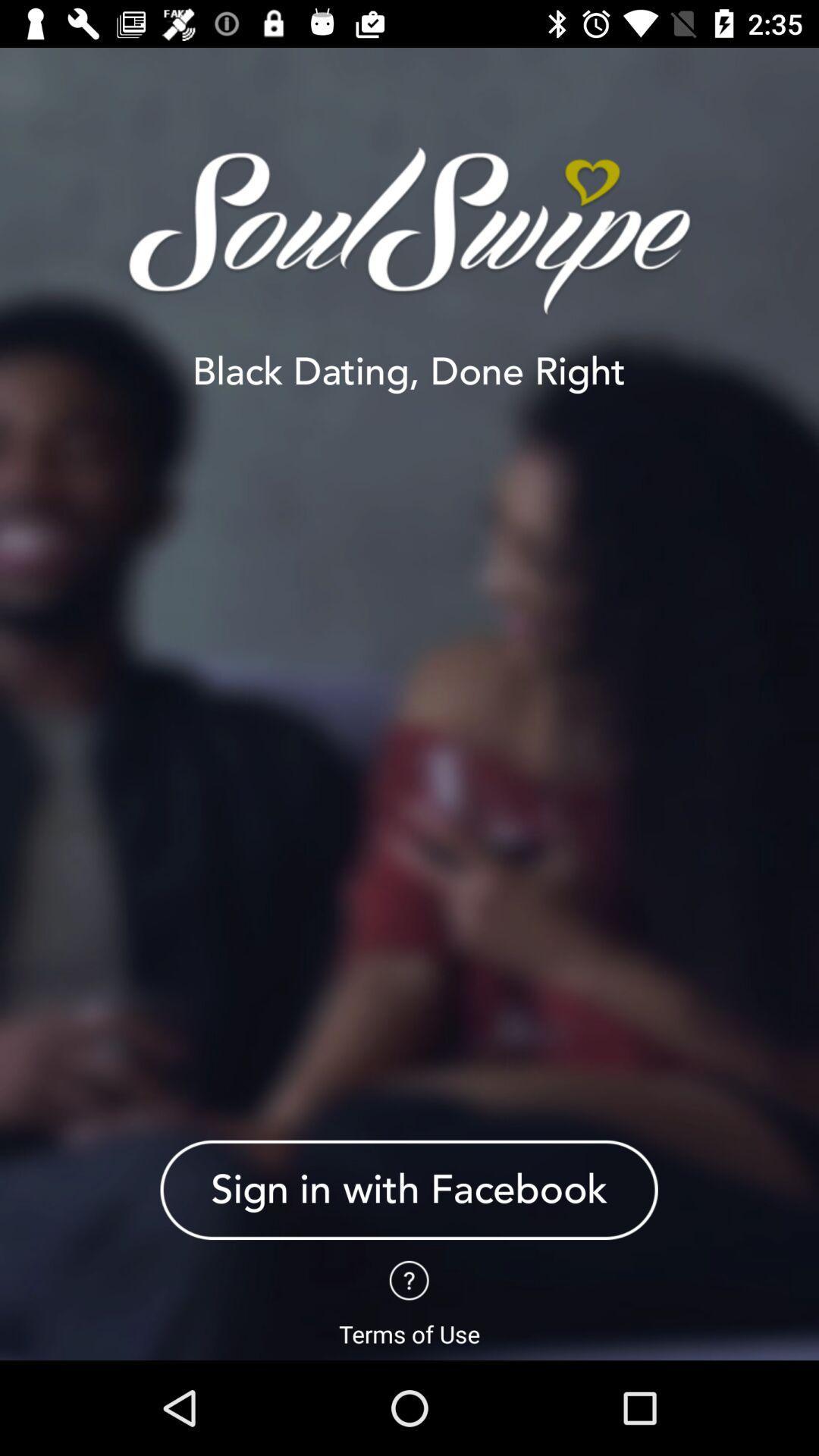 The width and height of the screenshot is (819, 1456). What do you see at coordinates (408, 1279) in the screenshot?
I see `it helps to find terms of use` at bounding box center [408, 1279].